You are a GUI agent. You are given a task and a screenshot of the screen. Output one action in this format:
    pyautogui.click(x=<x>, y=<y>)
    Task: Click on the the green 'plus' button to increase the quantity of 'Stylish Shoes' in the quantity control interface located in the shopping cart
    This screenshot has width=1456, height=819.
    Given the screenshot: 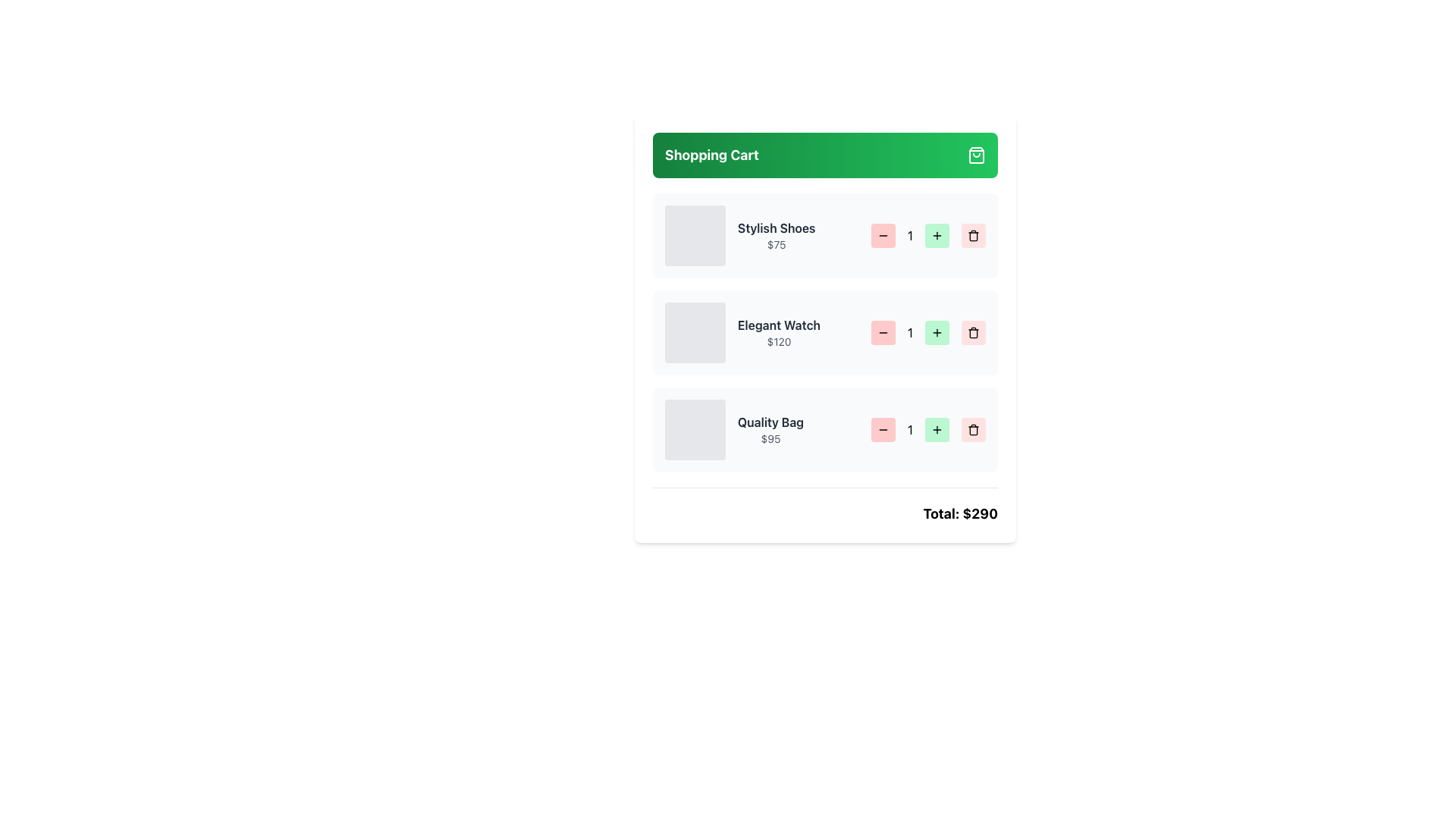 What is the action you would take?
    pyautogui.click(x=927, y=236)
    